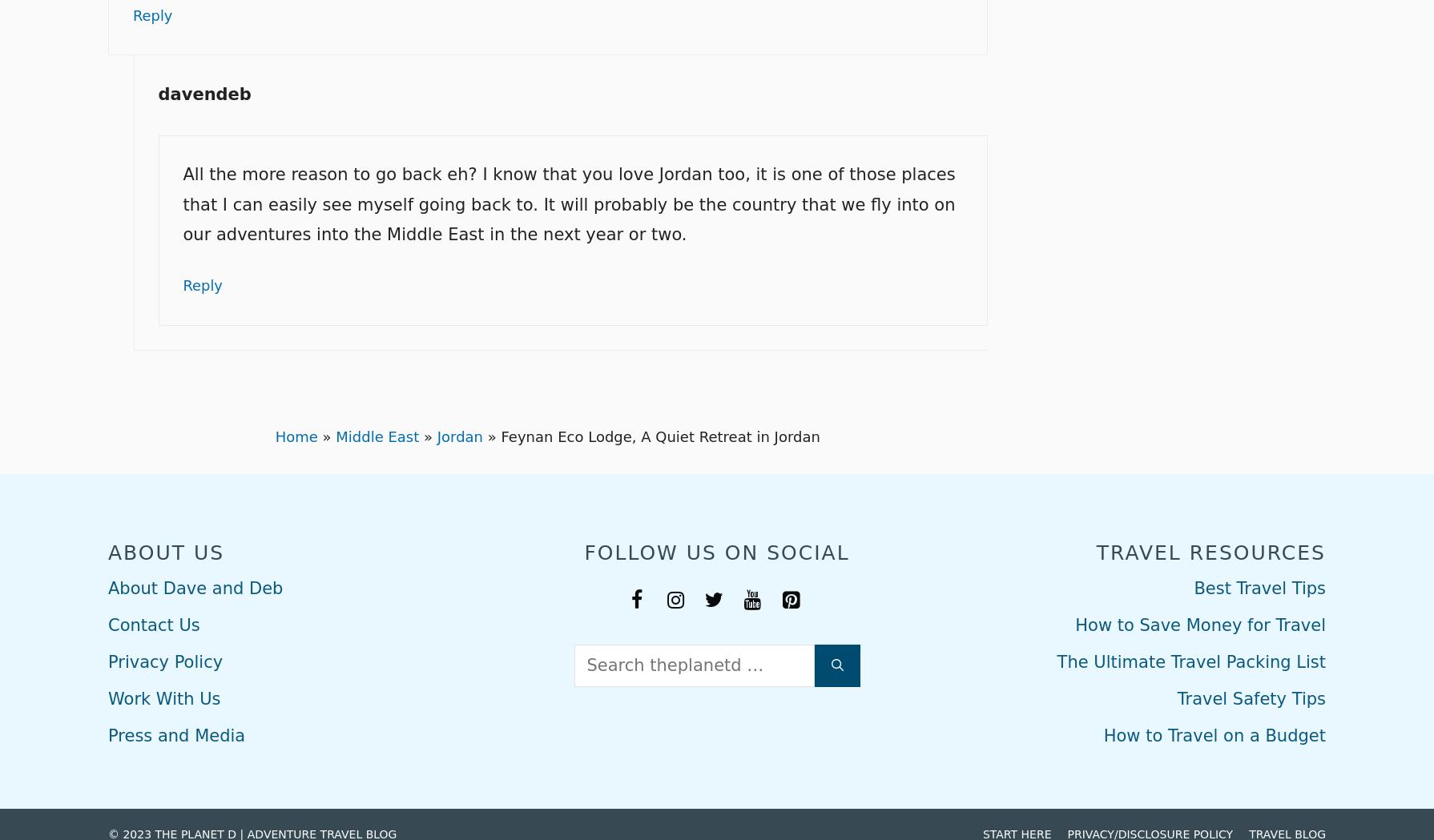  I want to click on 'THE PLANET D', so click(195, 832).